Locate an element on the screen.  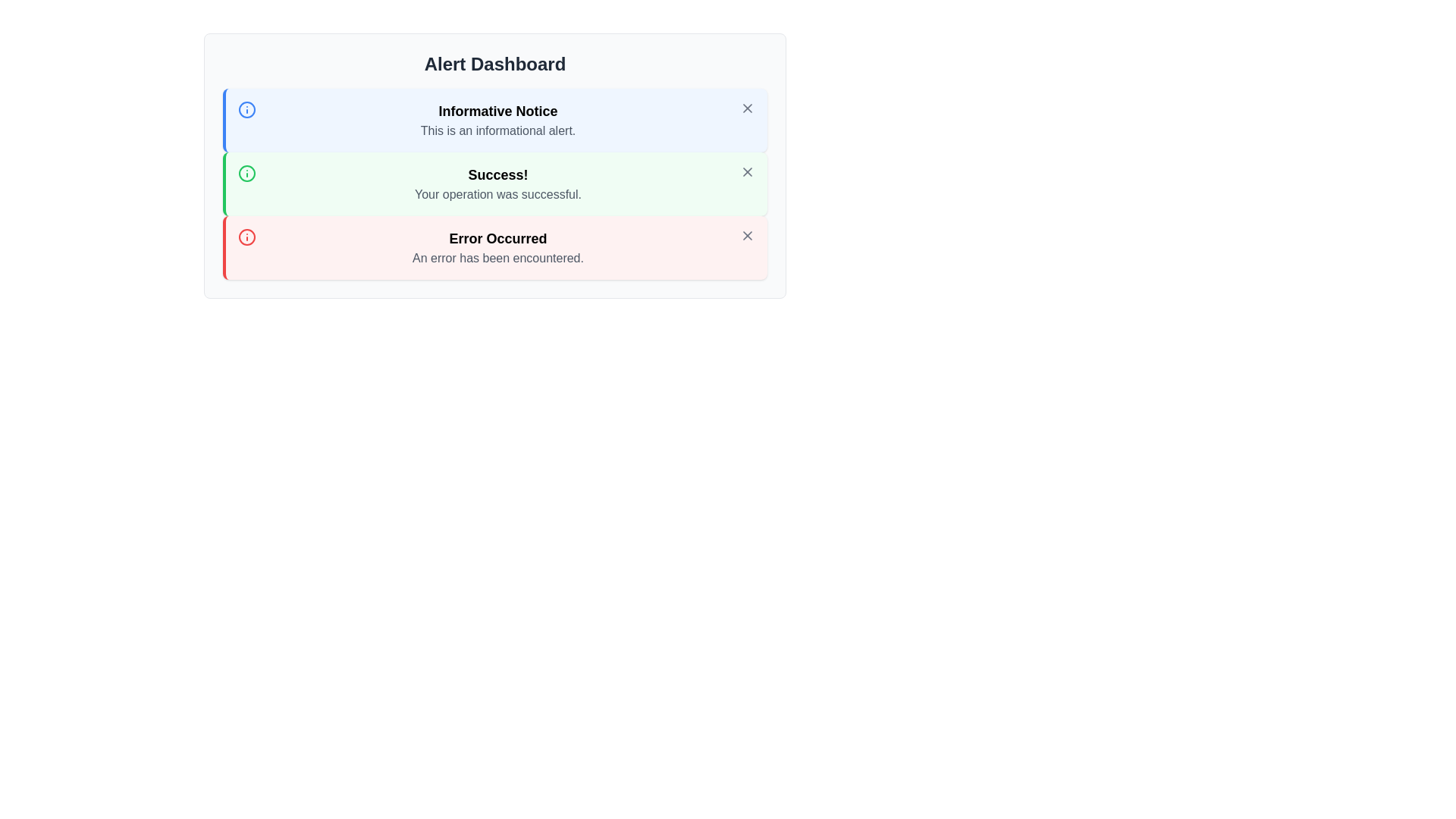
text from the Informational message box titled 'Error Occurred', which contains the subtitle 'An error has been encountered.' is located at coordinates (498, 247).